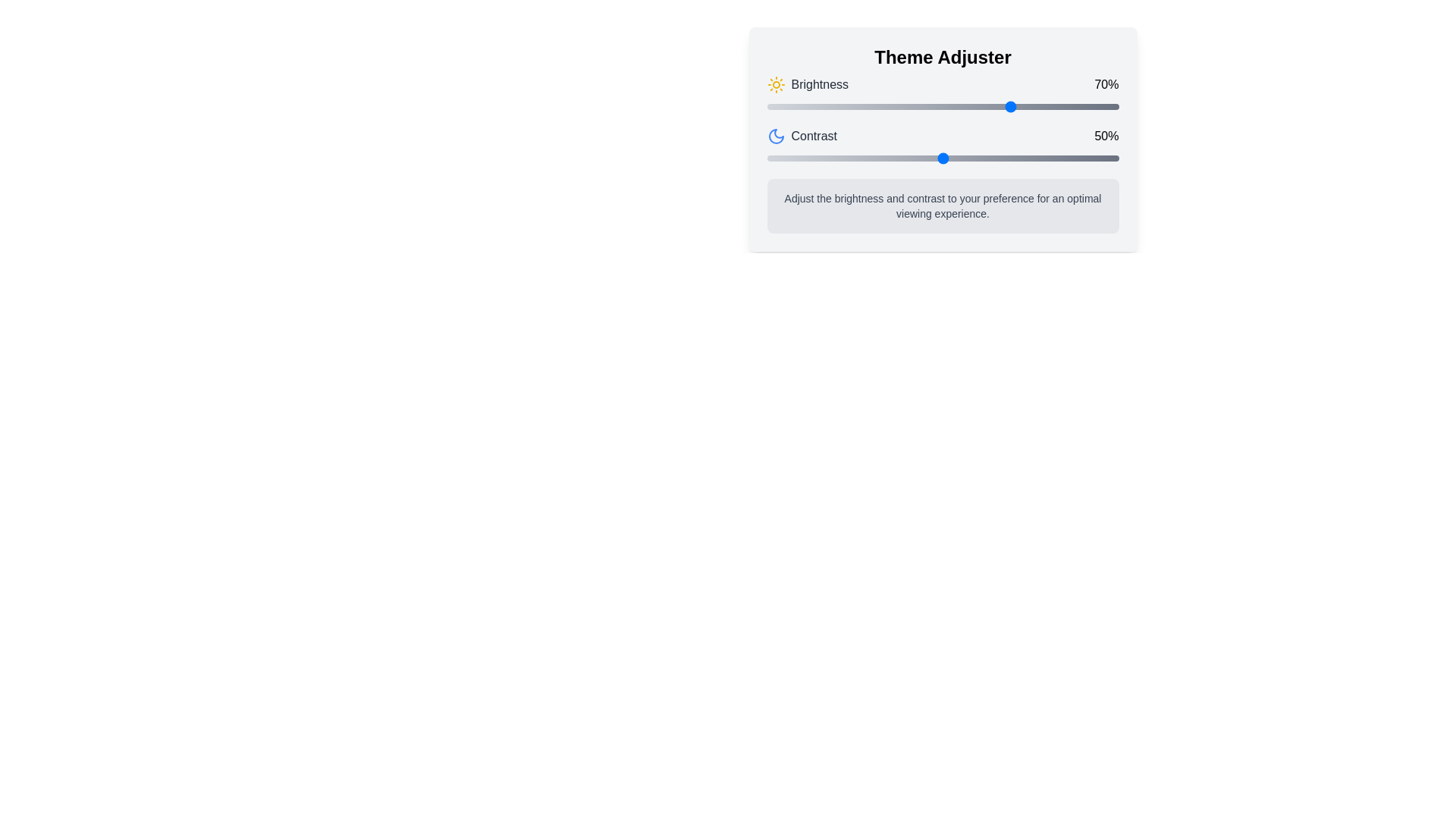  Describe the element at coordinates (1106, 84) in the screenshot. I see `the Text label that indicates the current brightness level in percentage format, located at the top-right end of the 'Brightness' bar in the 'Theme Adjuster' interface` at that location.